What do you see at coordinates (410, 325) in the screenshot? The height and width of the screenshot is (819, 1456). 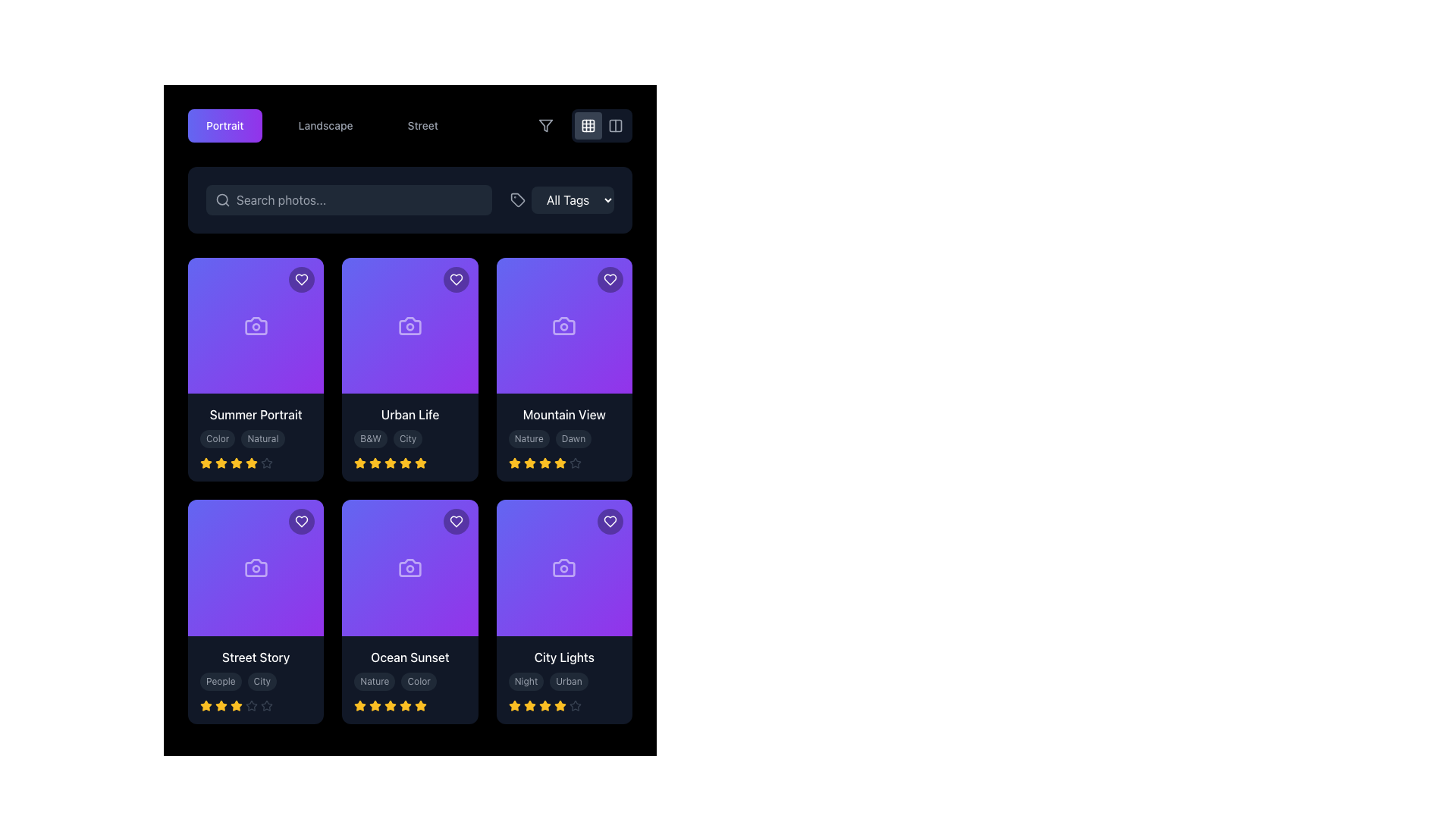 I see `the Decorative Icon that represents the absence of a photograph in the 'Urban Life' card, which is the second card in the first row of the grid layout` at bounding box center [410, 325].